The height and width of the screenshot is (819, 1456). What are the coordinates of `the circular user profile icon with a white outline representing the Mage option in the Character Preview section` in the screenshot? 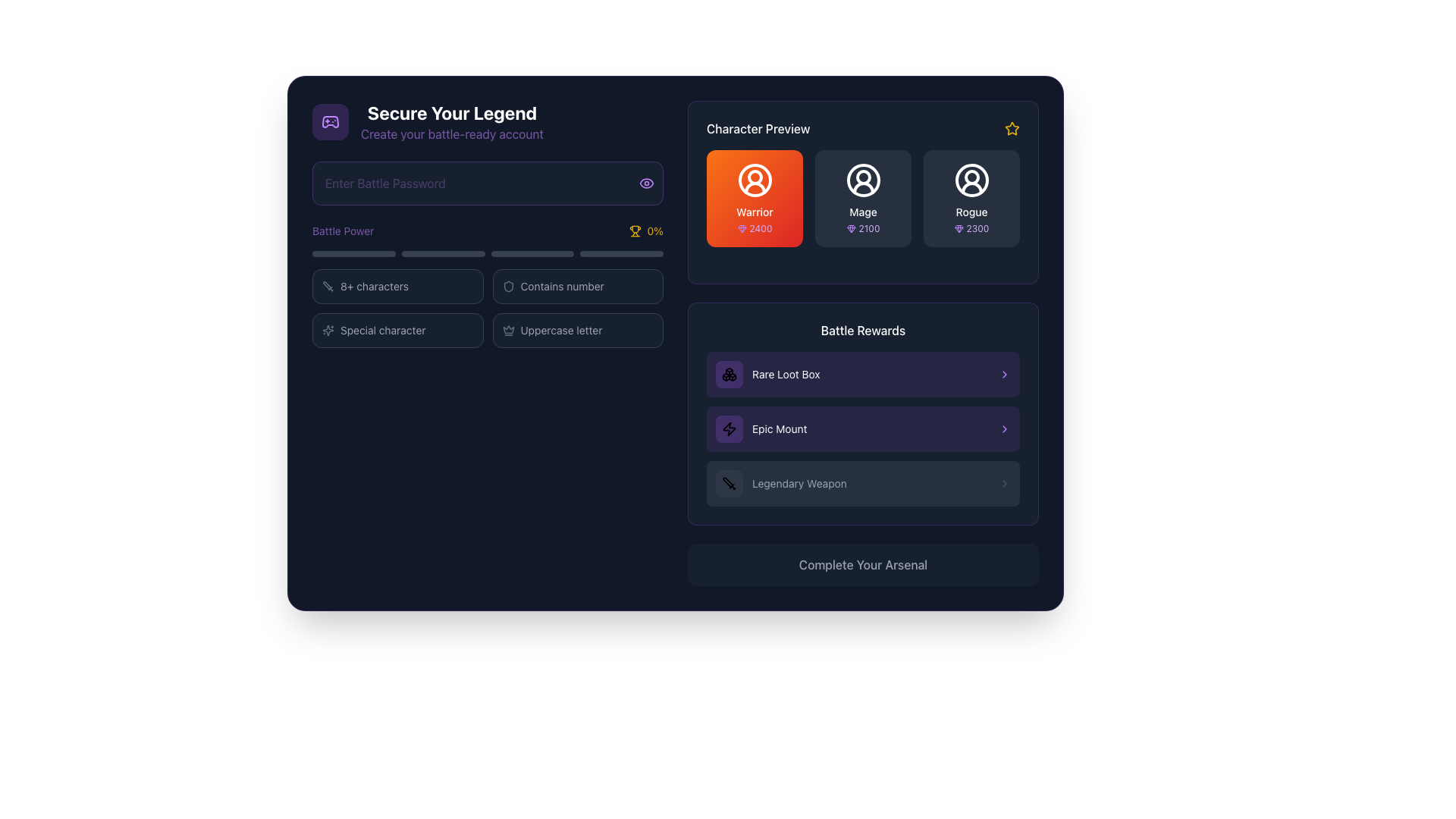 It's located at (863, 180).